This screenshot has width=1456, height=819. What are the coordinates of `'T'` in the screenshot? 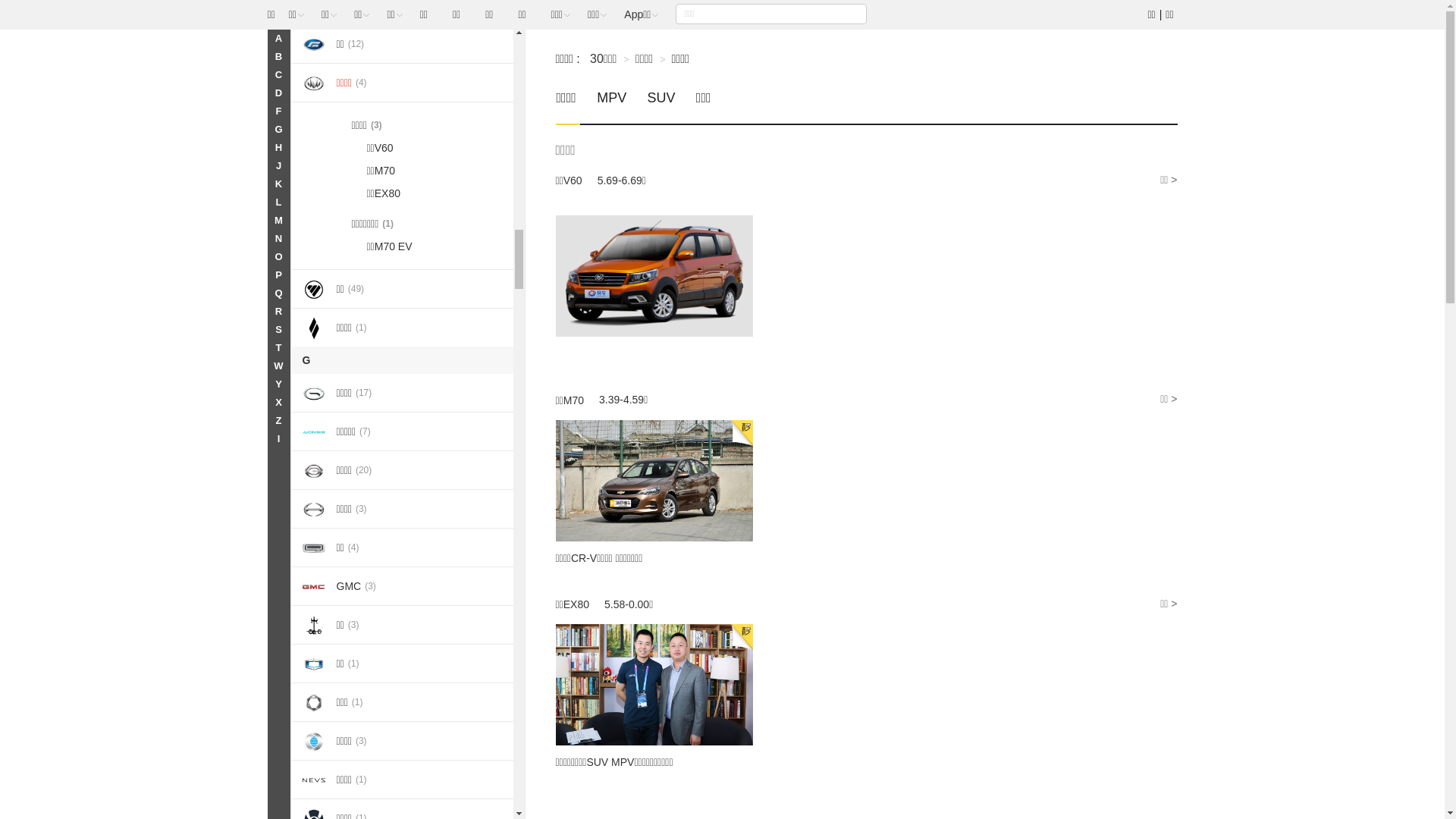 It's located at (278, 348).